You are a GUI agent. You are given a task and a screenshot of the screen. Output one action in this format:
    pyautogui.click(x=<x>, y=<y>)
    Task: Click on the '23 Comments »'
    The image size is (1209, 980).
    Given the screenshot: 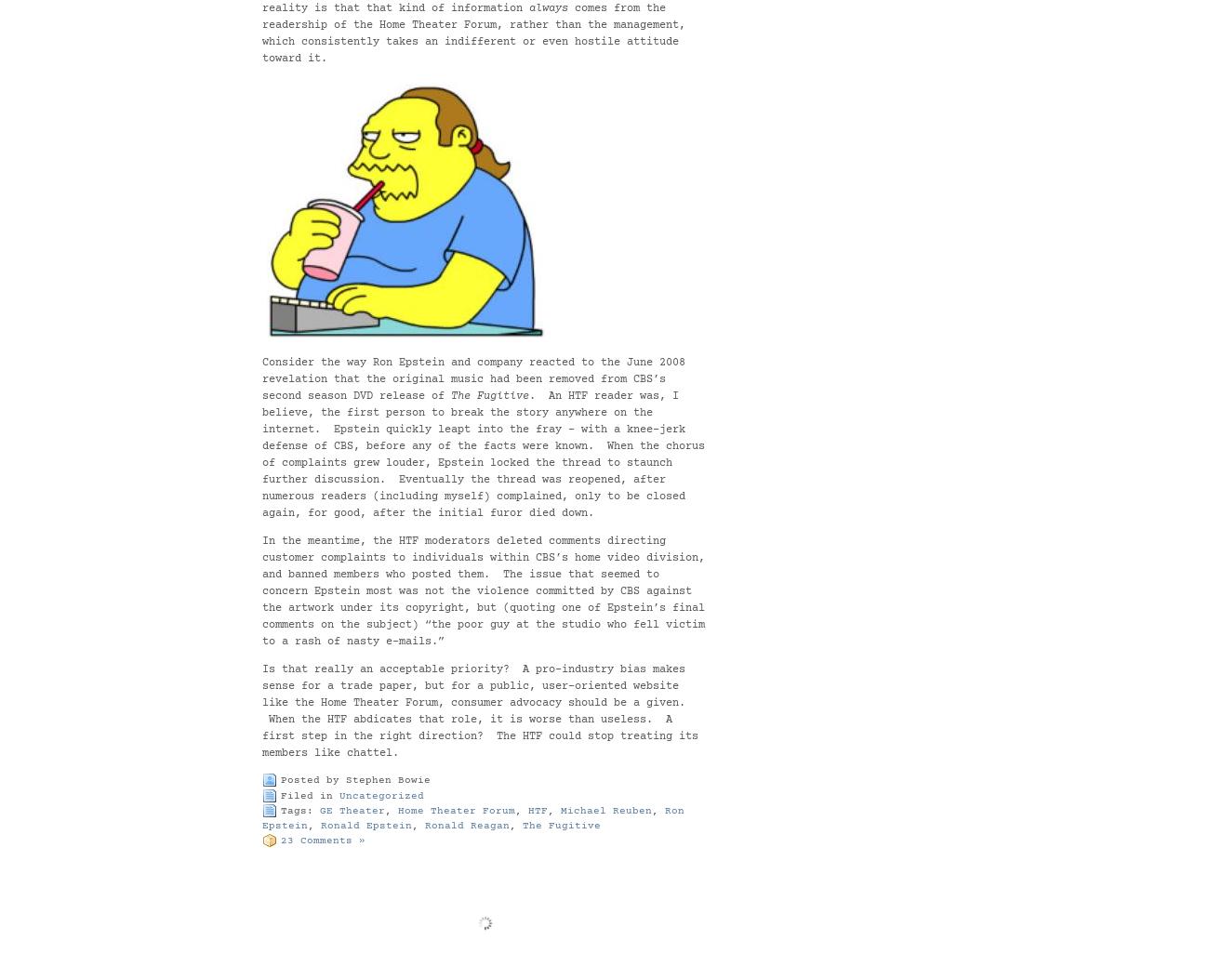 What is the action you would take?
    pyautogui.click(x=322, y=840)
    